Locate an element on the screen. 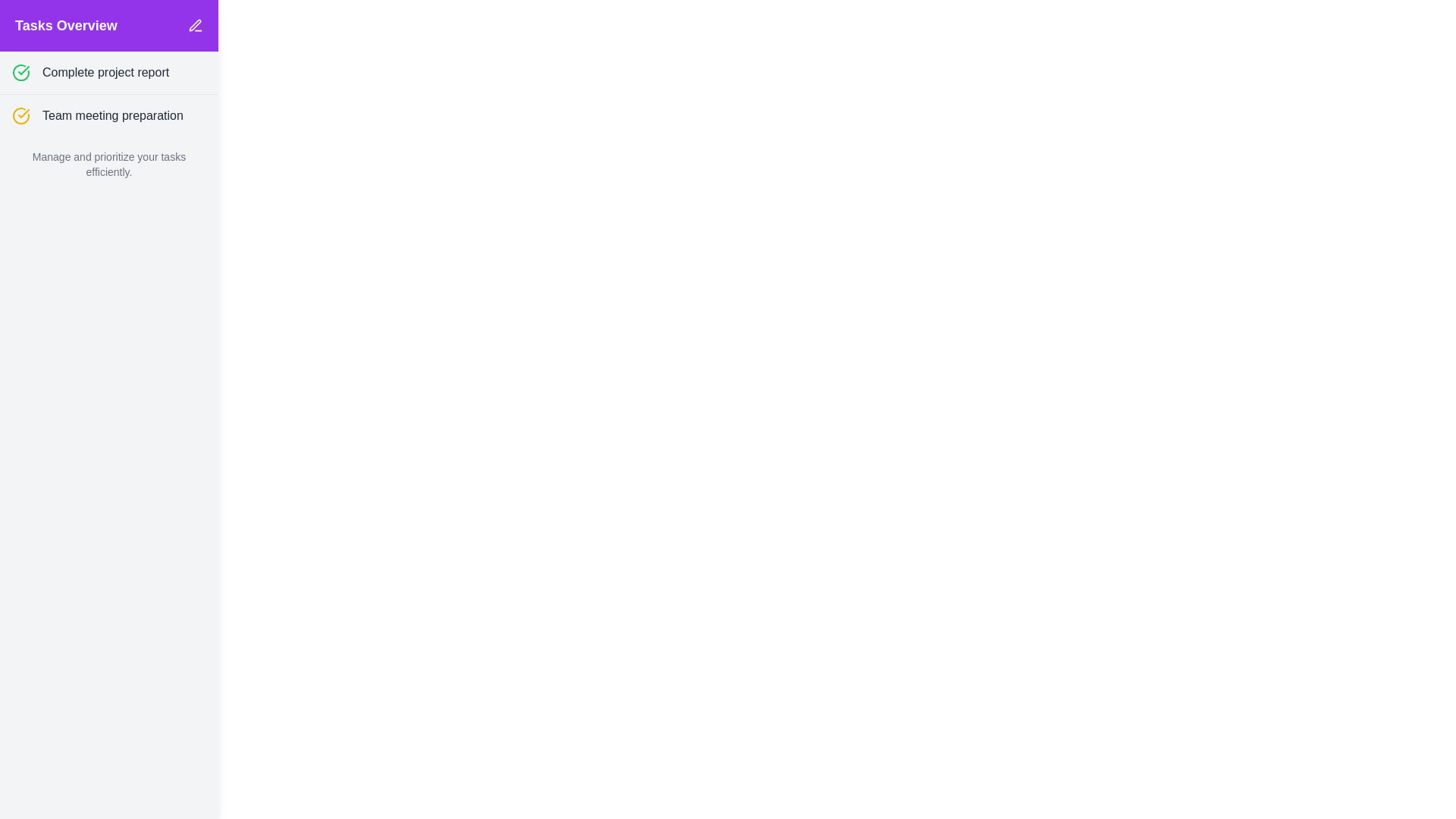  the toggle button to change the drawer visibility is located at coordinates (59, 37).